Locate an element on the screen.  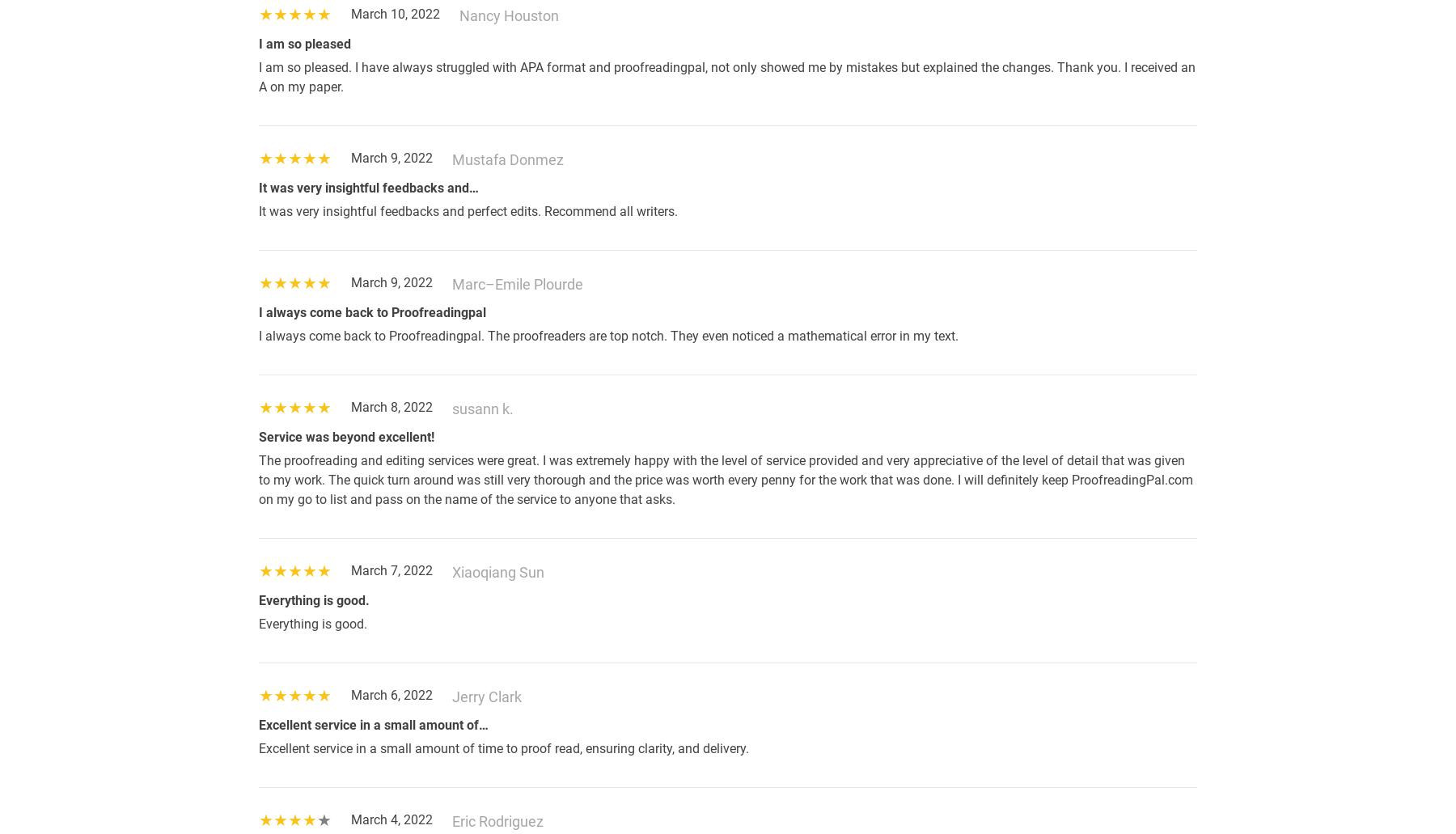
'Excellent service in a small amount of…' is located at coordinates (373, 725).